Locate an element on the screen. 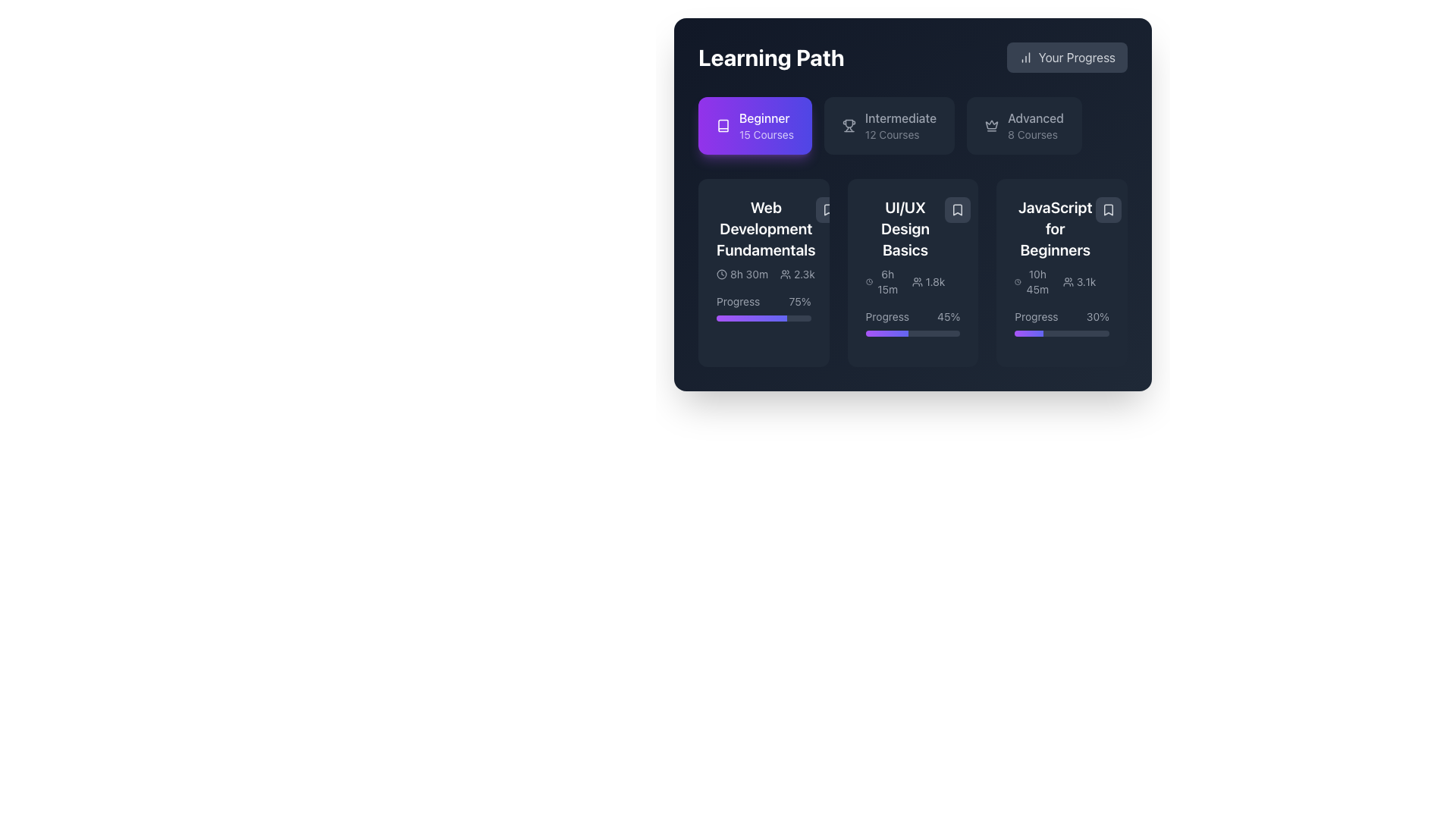 Image resolution: width=1456 pixels, height=819 pixels. the text label displaying 'UI/UX Design Basics' which is centered within a dark rectangular card in the middle card of the second row is located at coordinates (905, 228).